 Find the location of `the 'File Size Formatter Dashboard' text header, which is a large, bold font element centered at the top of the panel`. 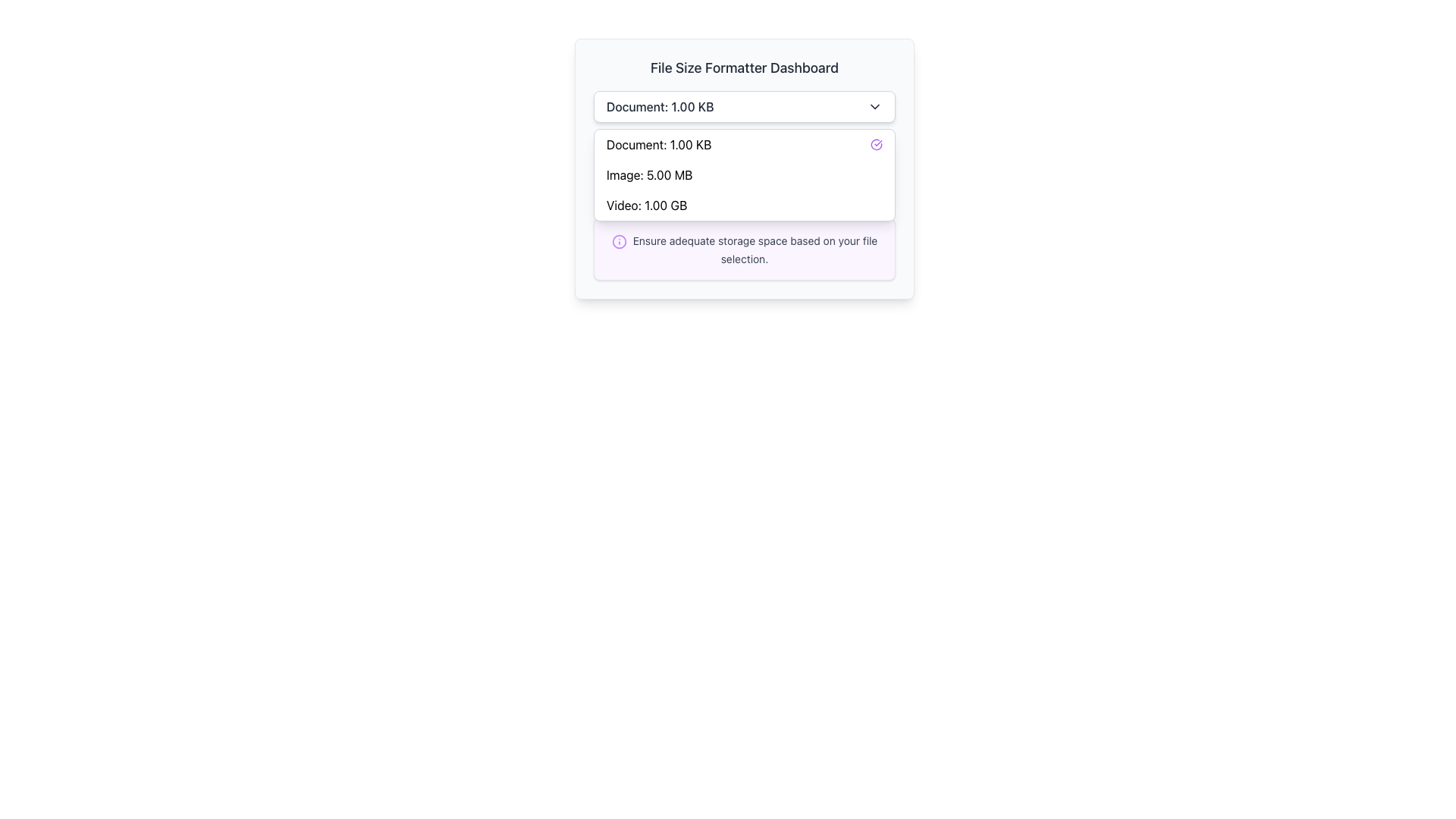

the 'File Size Formatter Dashboard' text header, which is a large, bold font element centered at the top of the panel is located at coordinates (745, 67).